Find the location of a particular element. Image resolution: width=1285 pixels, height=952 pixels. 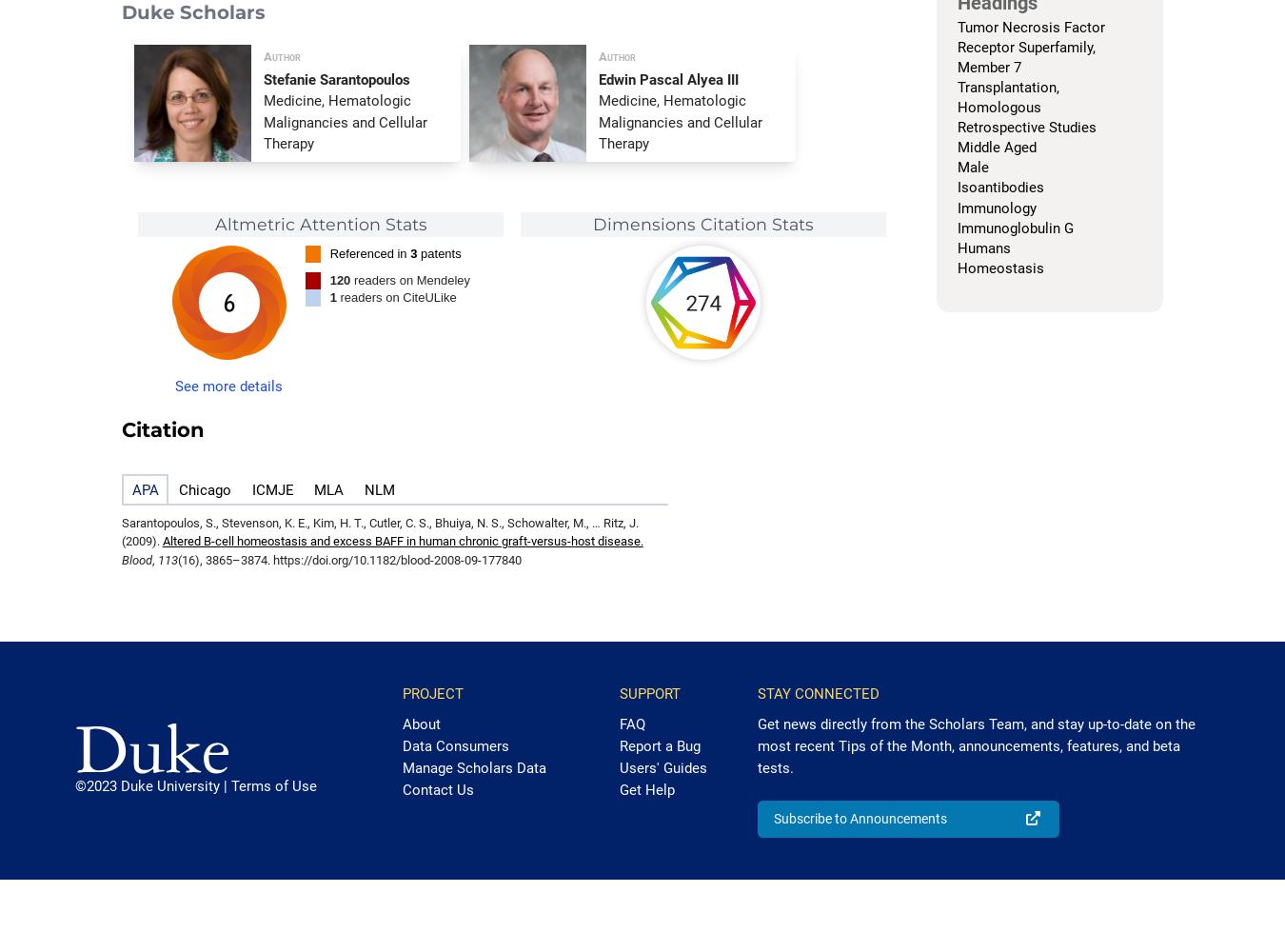

'APA' is located at coordinates (130, 490).